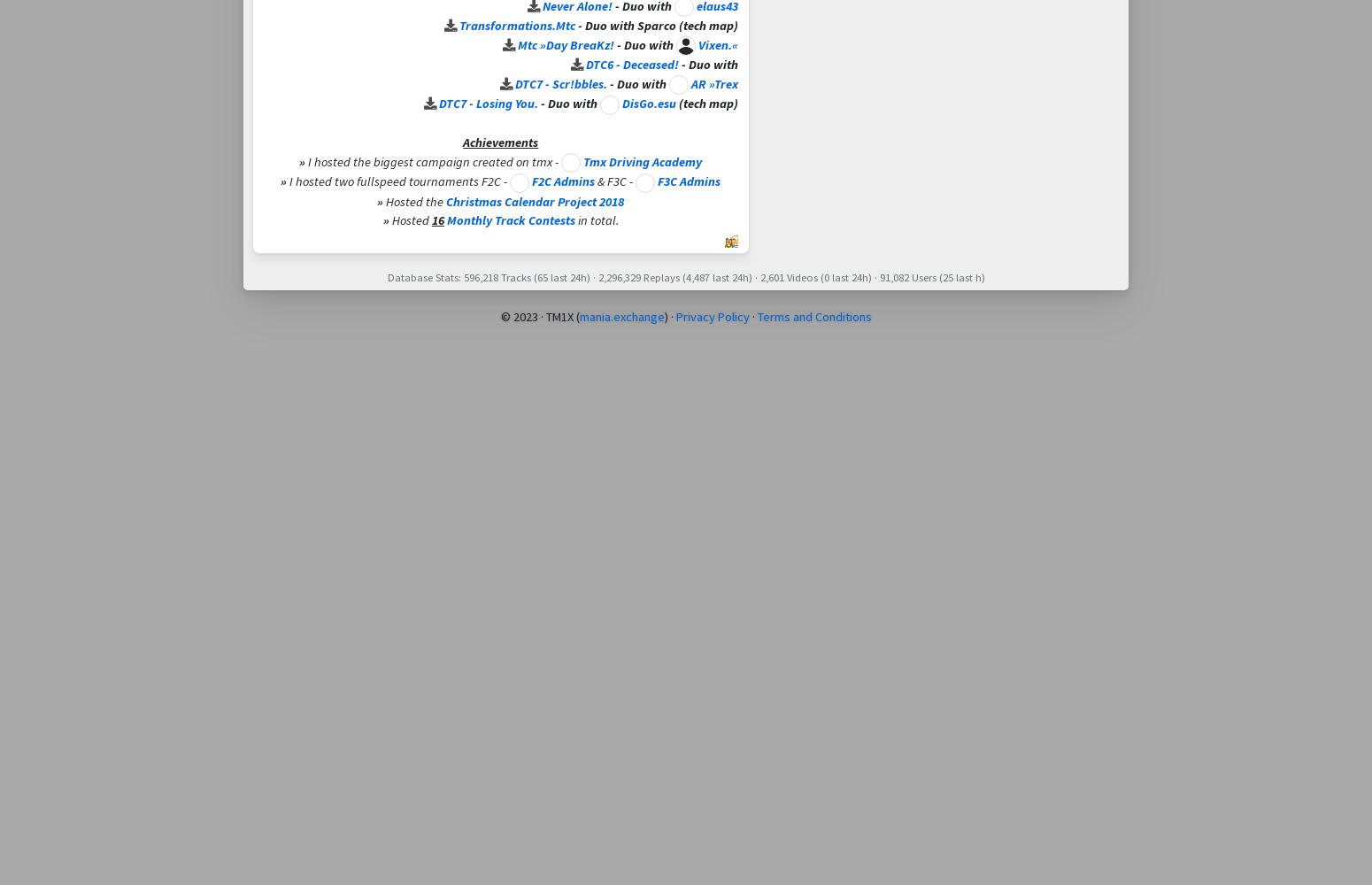 This screenshot has height=885, width=1372. I want to click on 'in total.', so click(595, 219).